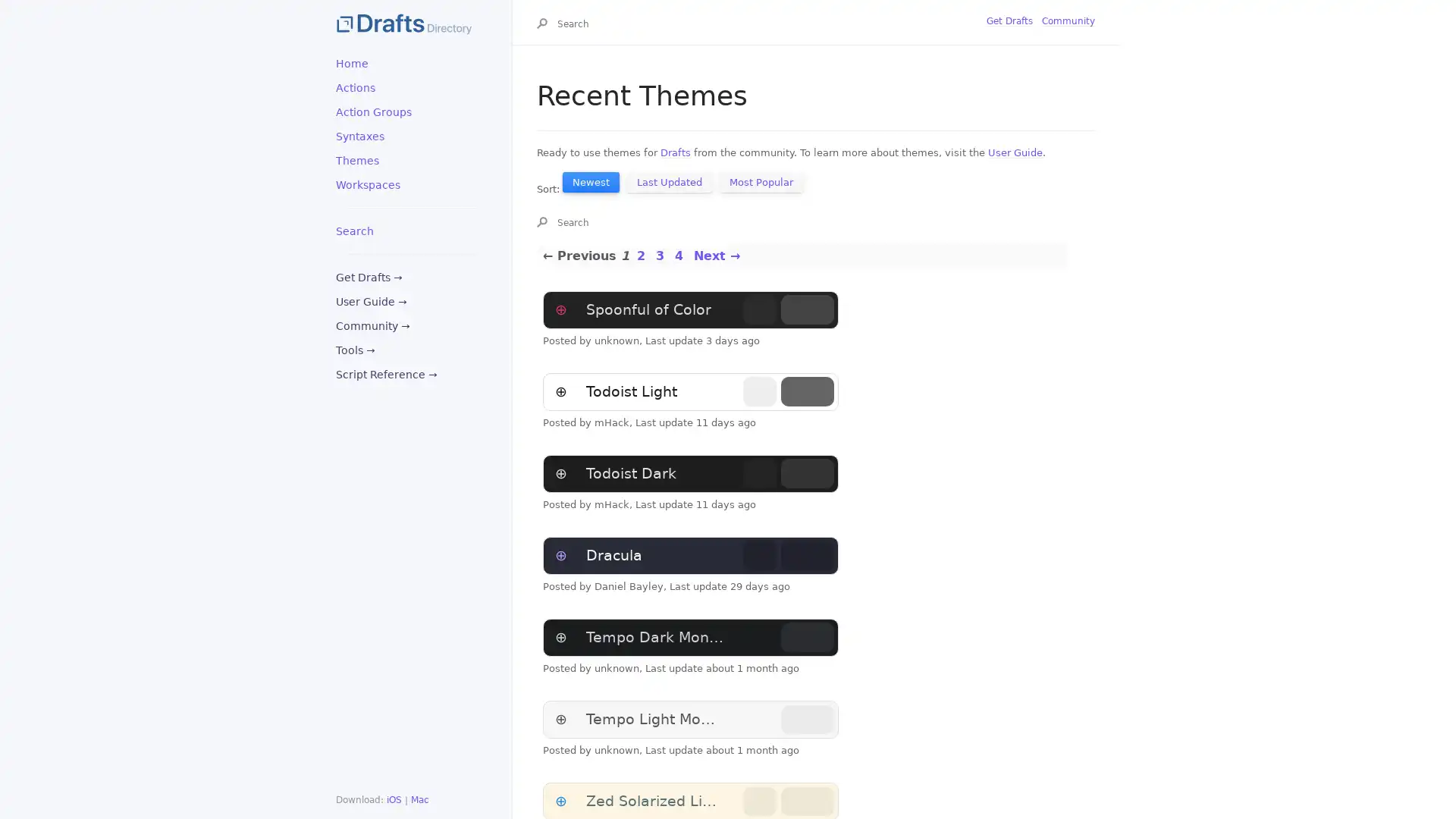  What do you see at coordinates (545, 25) in the screenshot?
I see `Search` at bounding box center [545, 25].